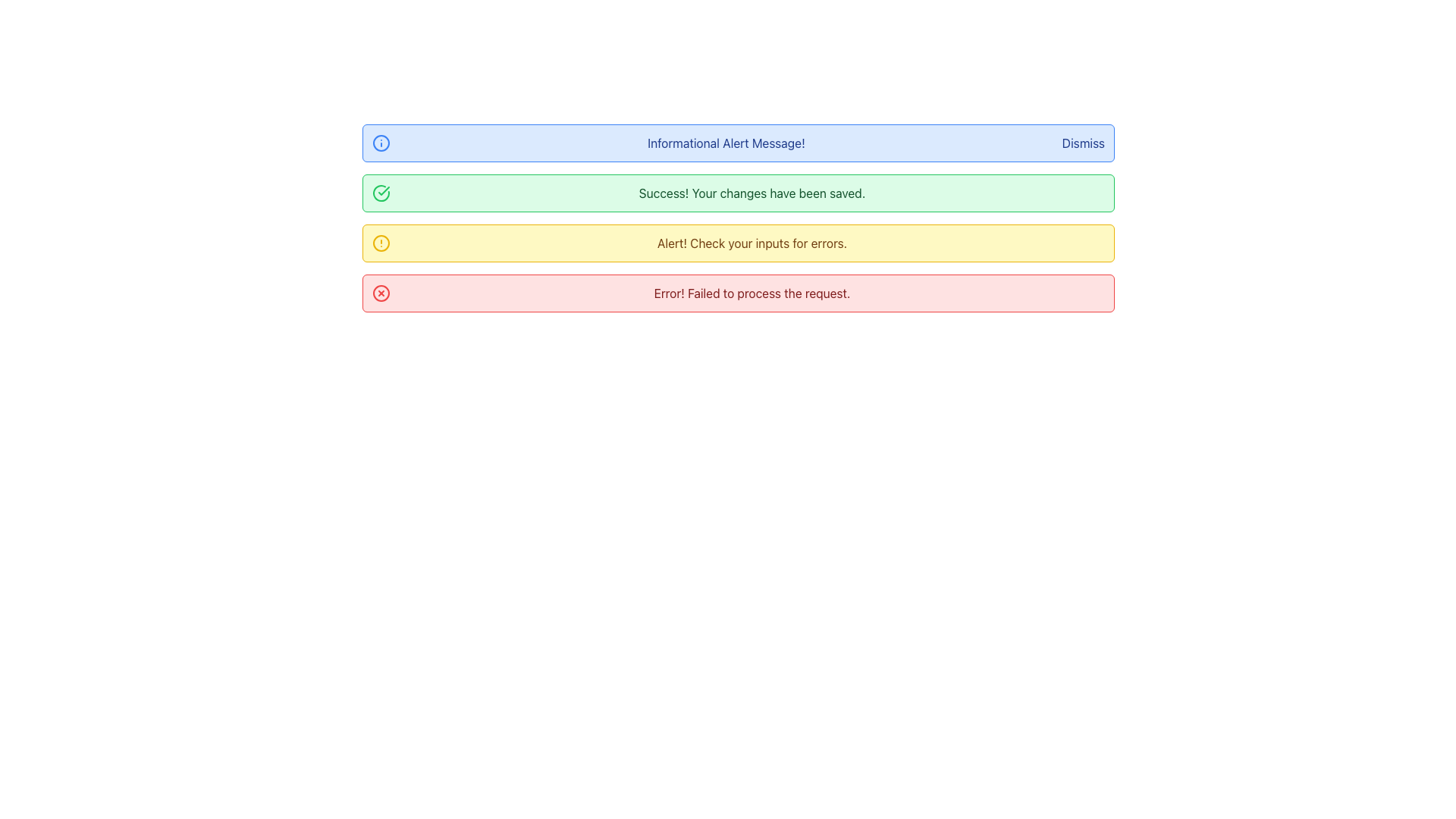  I want to click on warning message displayed in the yellow alert box, which is the third notification from the top, so click(752, 242).